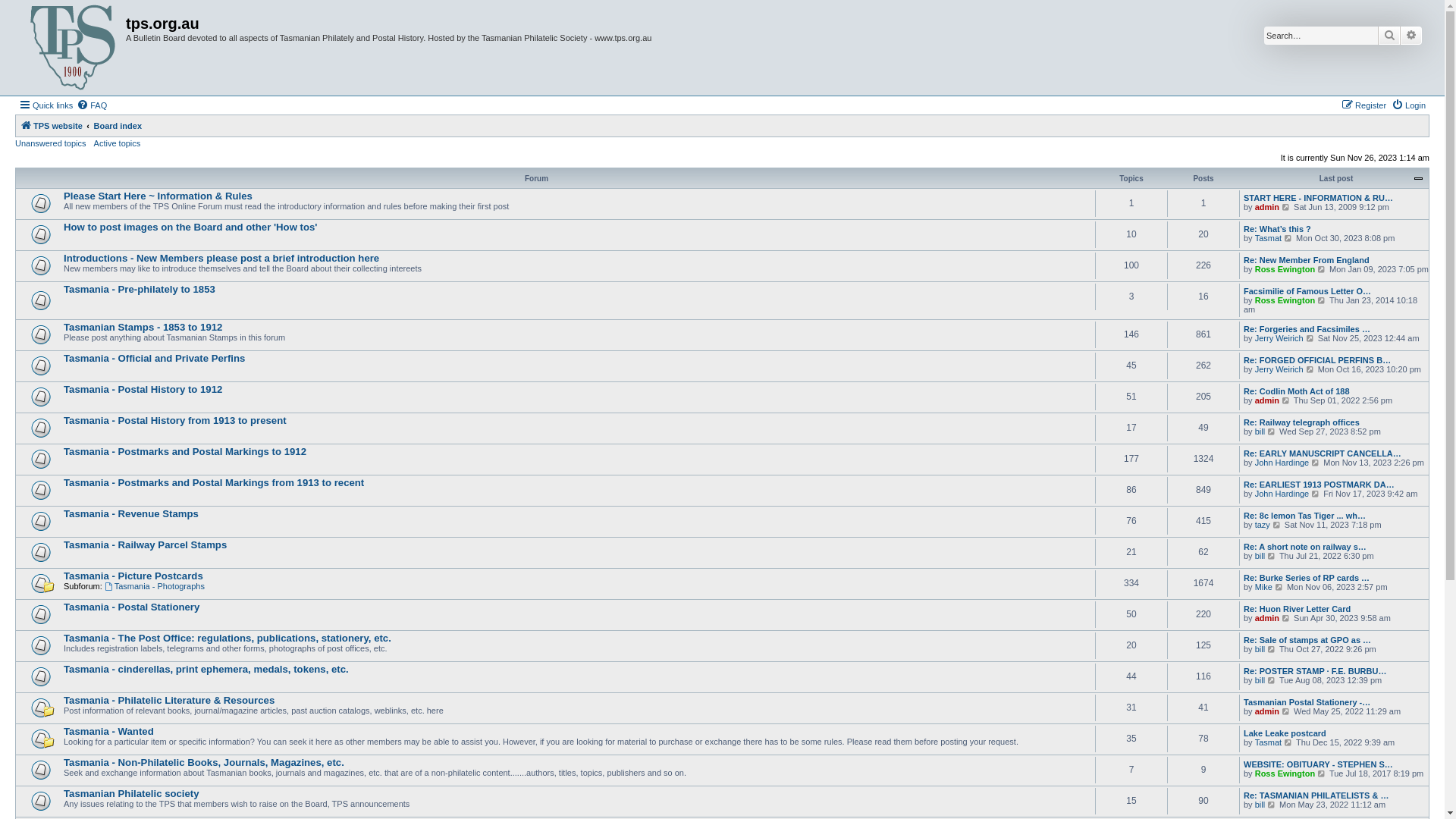  Describe the element at coordinates (1266, 207) in the screenshot. I see `'admin'` at that location.